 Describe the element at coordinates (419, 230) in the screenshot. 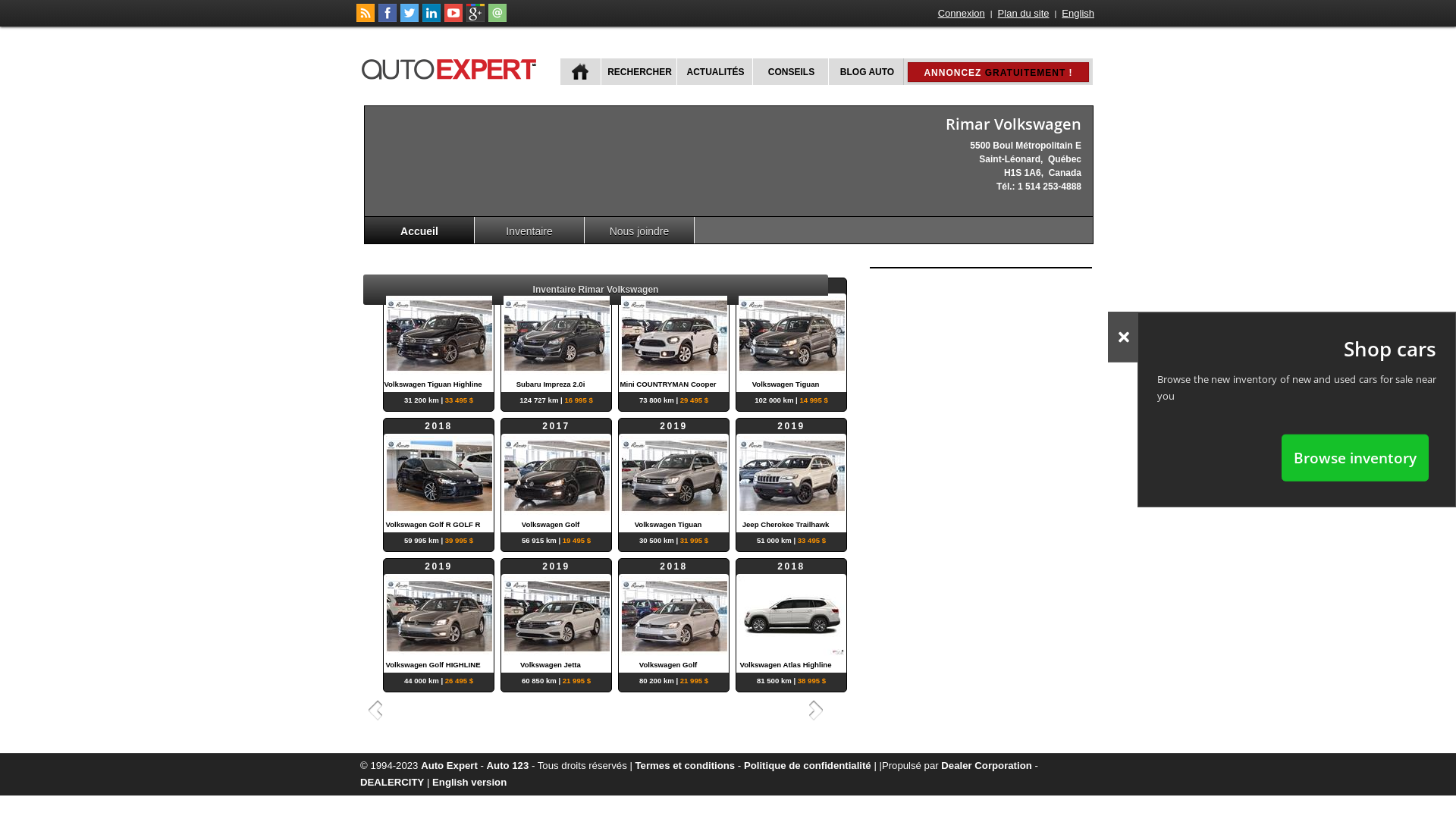

I see `'Accueil'` at that location.